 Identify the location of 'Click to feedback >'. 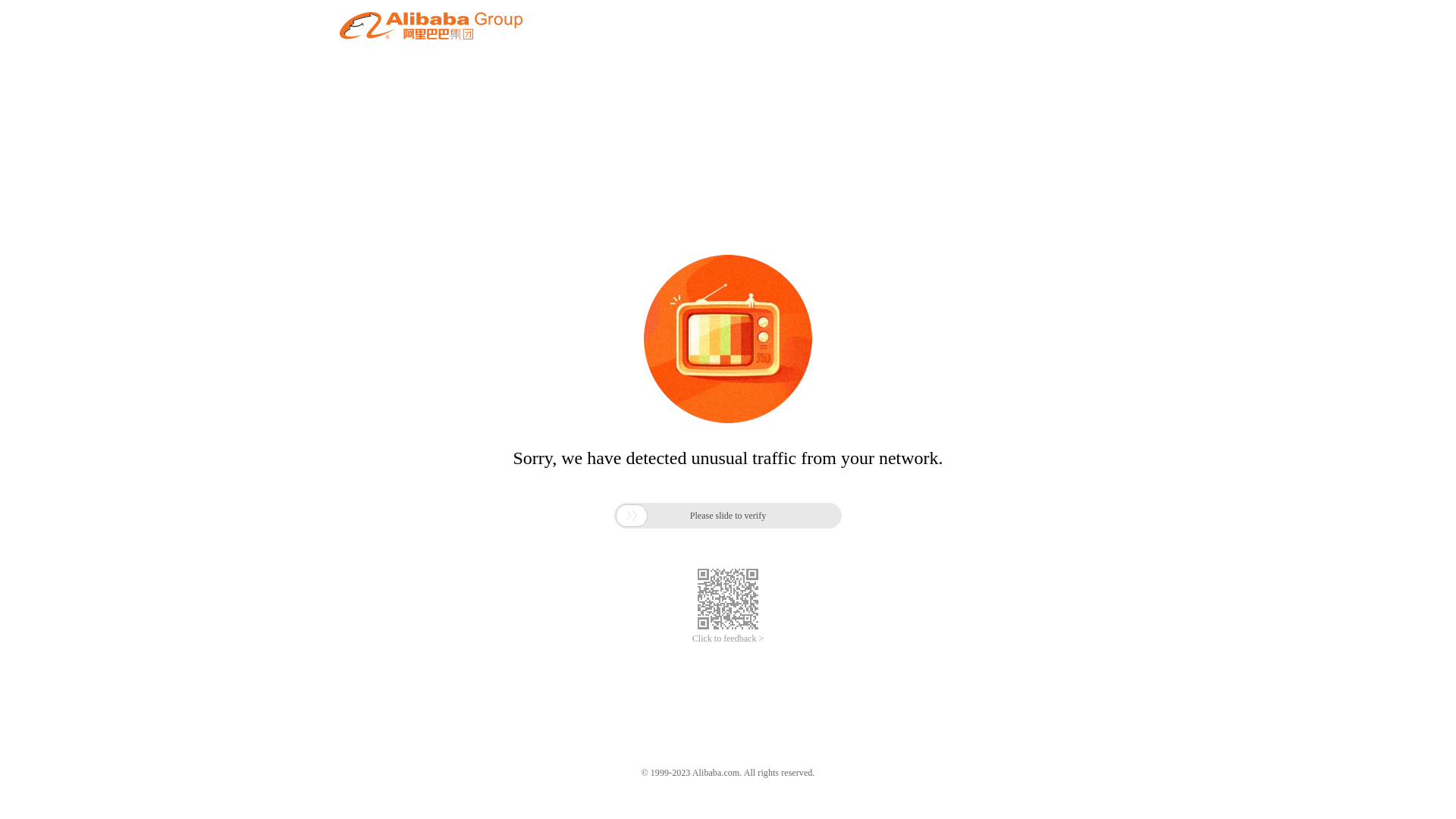
(728, 639).